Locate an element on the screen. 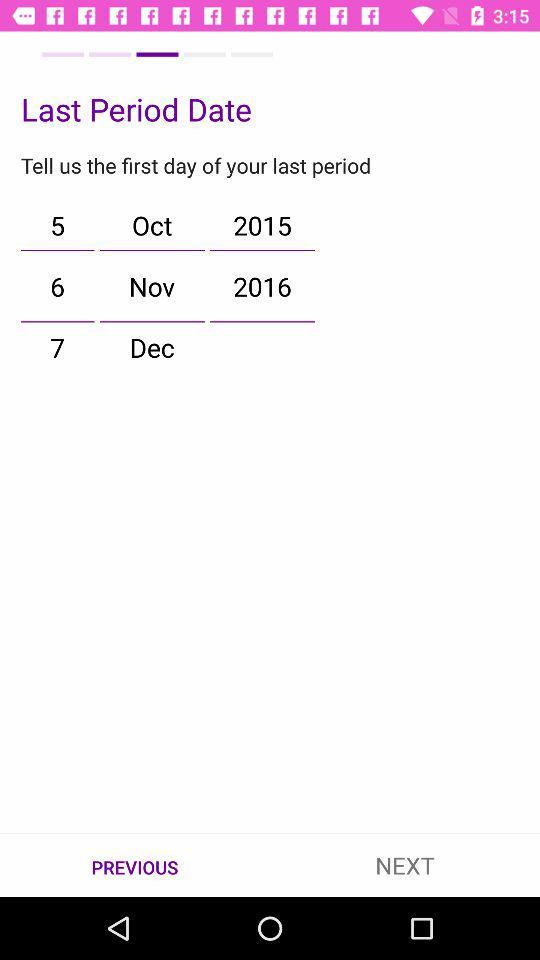 The width and height of the screenshot is (540, 960). next item is located at coordinates (405, 864).